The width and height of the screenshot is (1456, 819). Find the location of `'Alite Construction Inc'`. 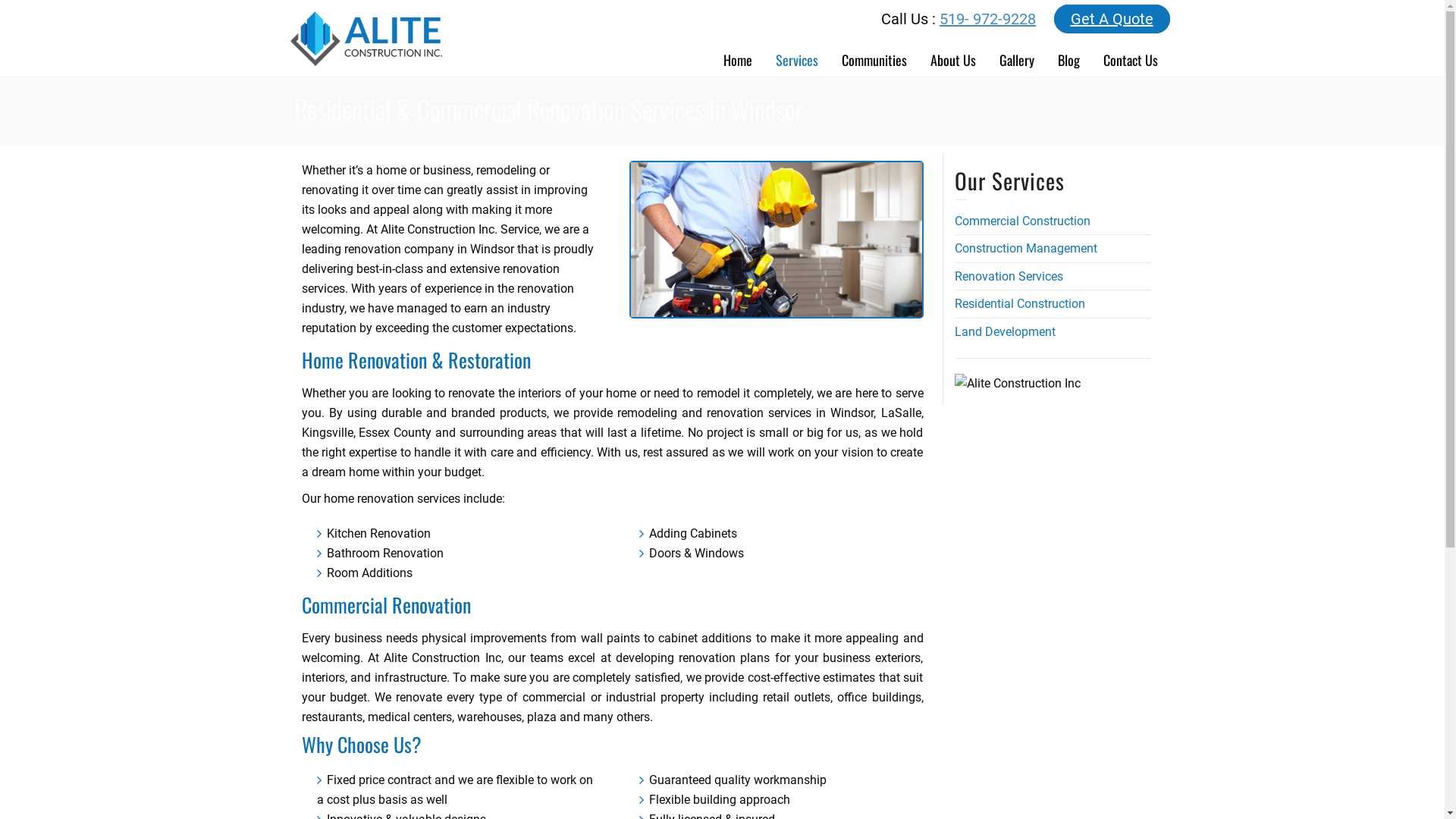

'Alite Construction Inc' is located at coordinates (1016, 382).